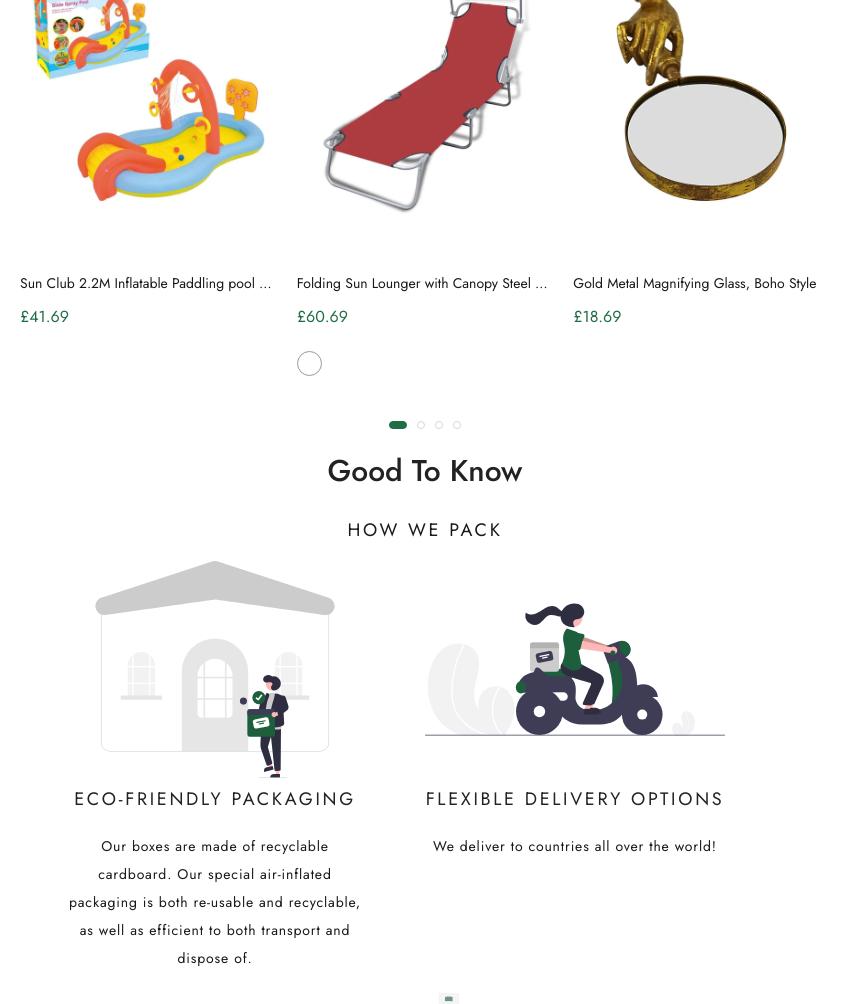 The image size is (850, 1004). Describe the element at coordinates (44, 316) in the screenshot. I see `'£41.69'` at that location.